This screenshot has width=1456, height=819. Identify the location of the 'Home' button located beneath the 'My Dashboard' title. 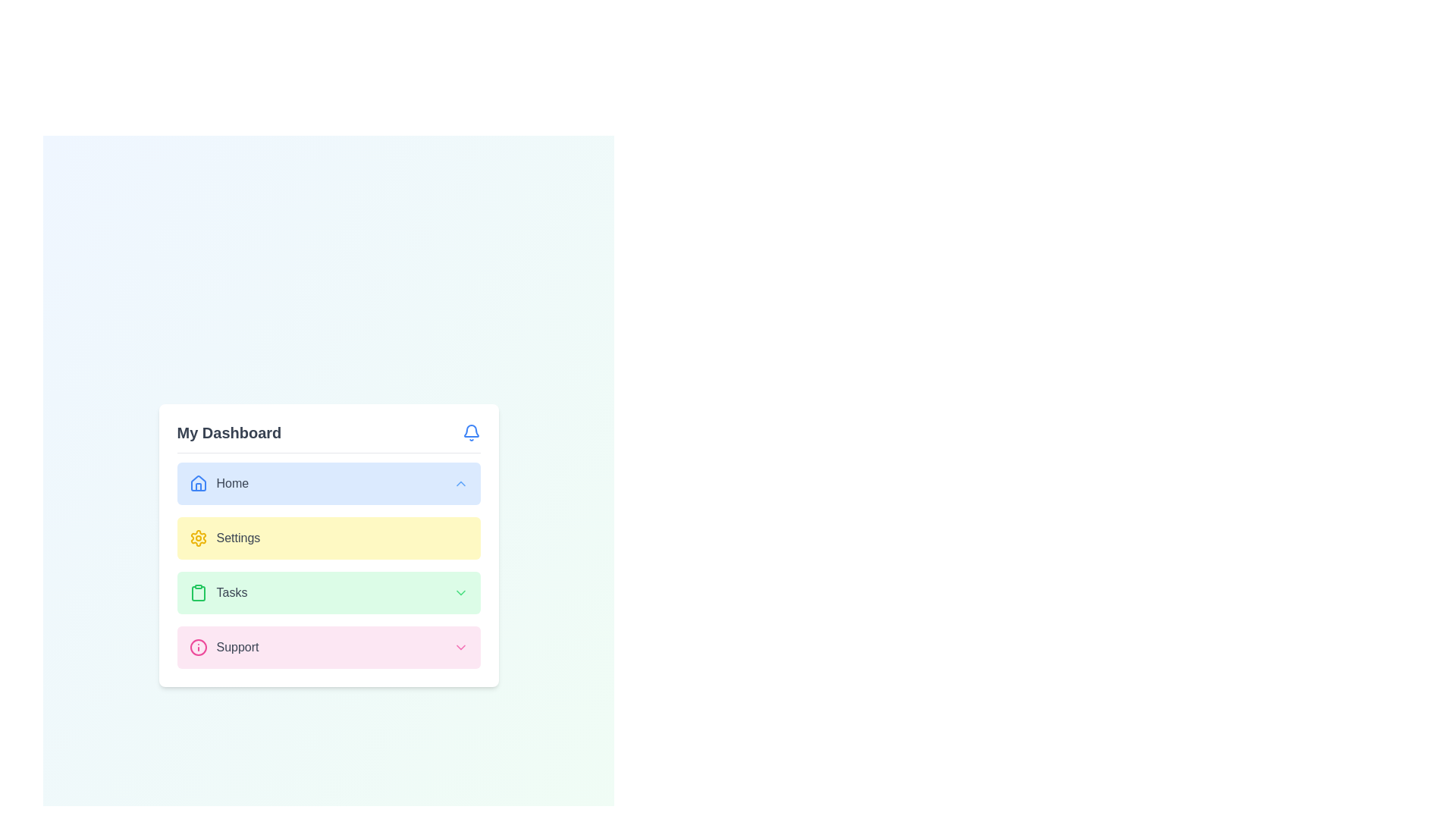
(328, 483).